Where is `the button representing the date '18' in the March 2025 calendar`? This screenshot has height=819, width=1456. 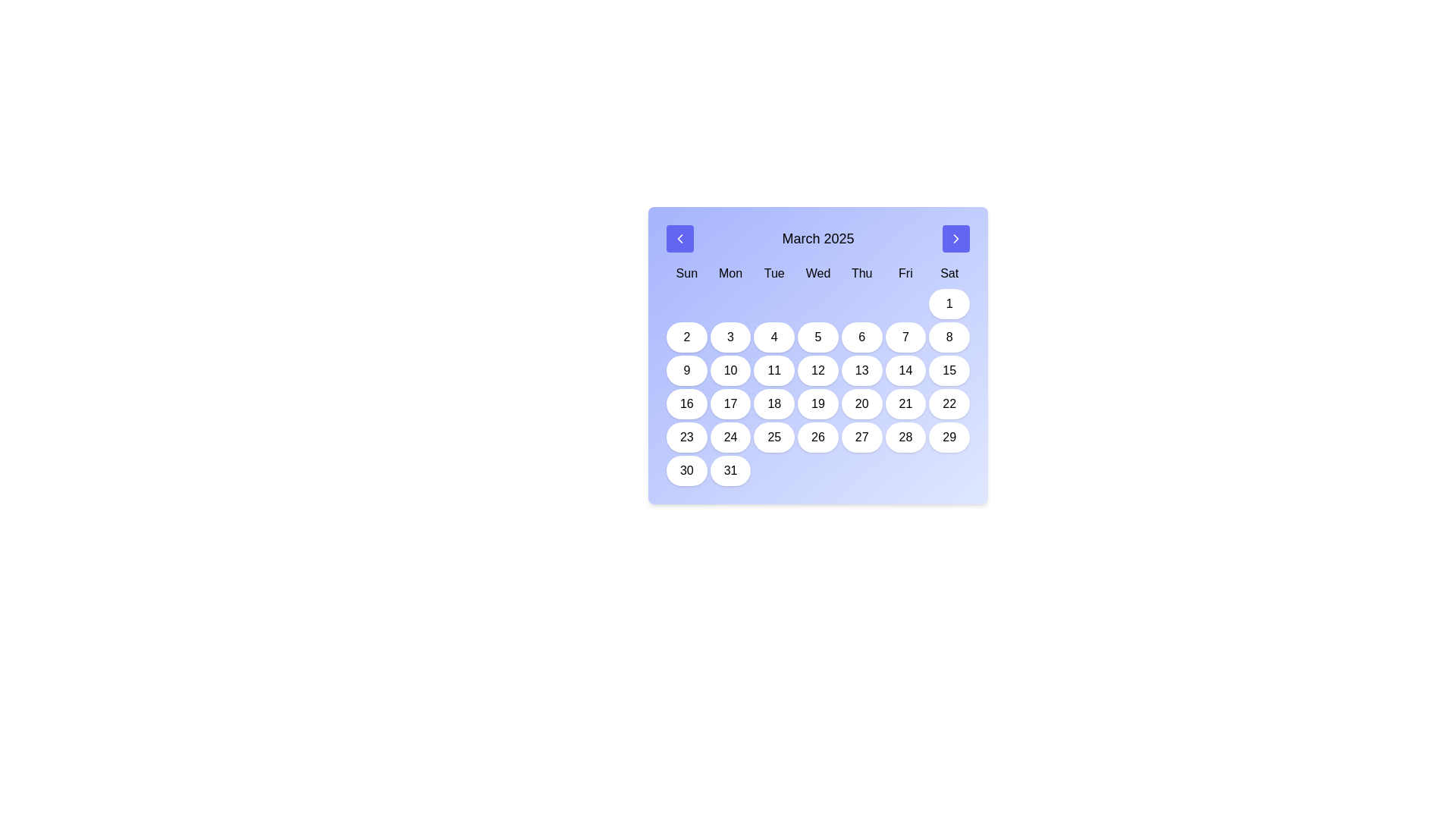 the button representing the date '18' in the March 2025 calendar is located at coordinates (774, 403).